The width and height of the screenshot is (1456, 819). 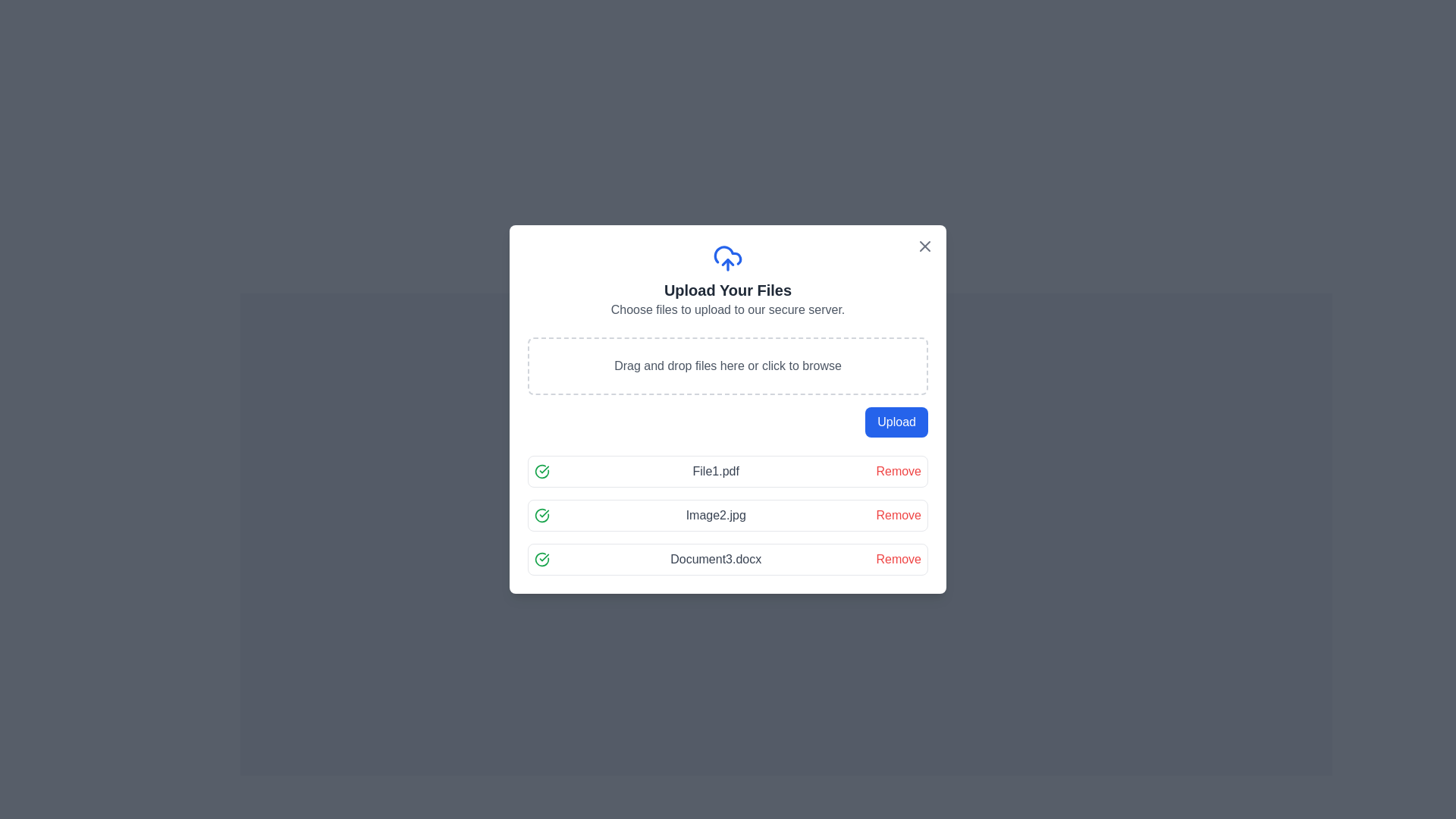 What do you see at coordinates (542, 559) in the screenshot?
I see `the circular green check mark icon representing confirmation for the document 'Document3.docx'` at bounding box center [542, 559].